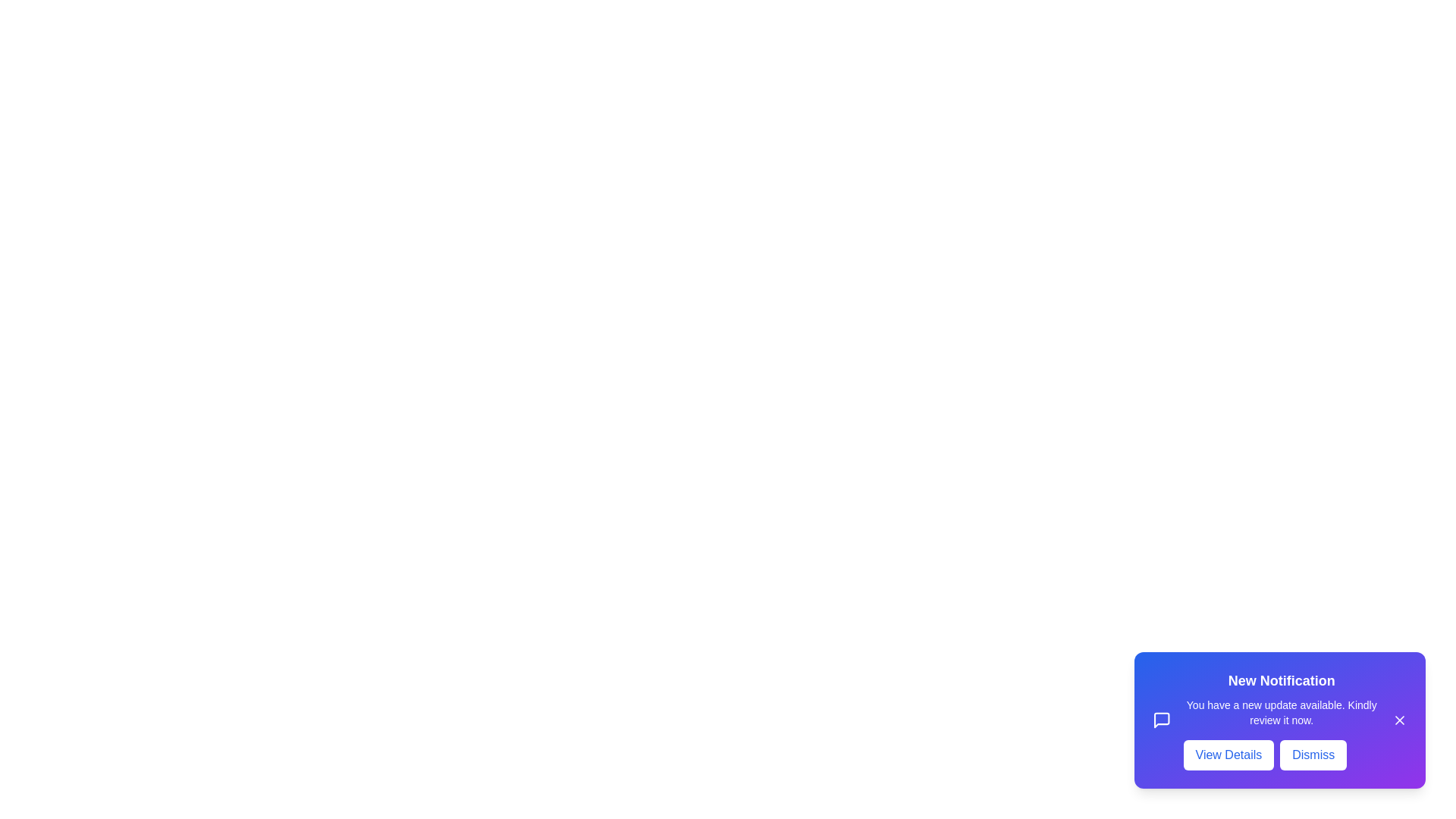 The width and height of the screenshot is (1456, 819). Describe the element at coordinates (1399, 719) in the screenshot. I see `close 'X' button on the StyledSnackbar component` at that location.